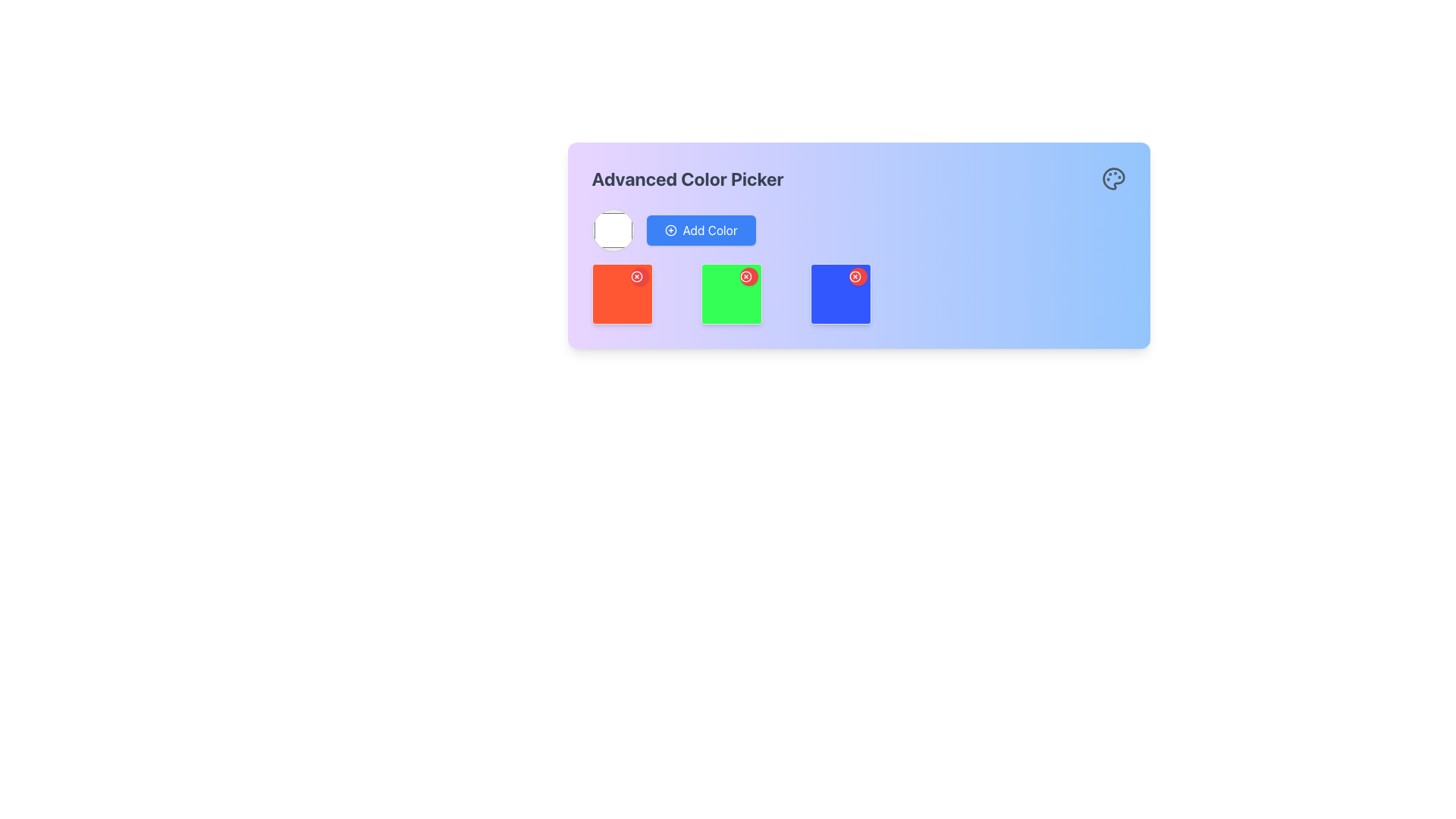 The width and height of the screenshot is (1456, 819). Describe the element at coordinates (748, 277) in the screenshot. I see `the close button located in the top-right corner of the second green square block in the center row` at that location.